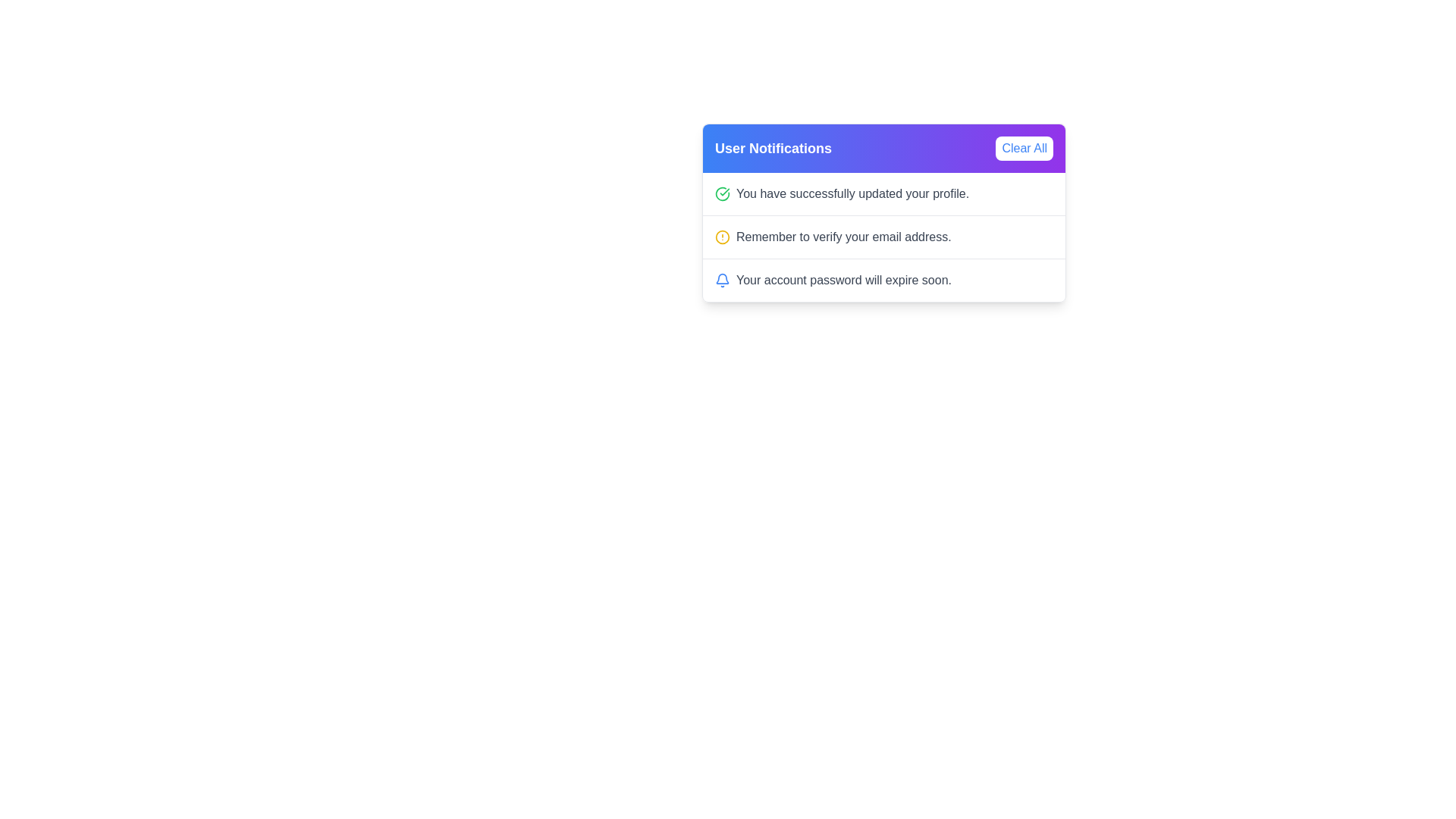 The width and height of the screenshot is (1456, 819). I want to click on the non-interactive Text Label indicating 'User Notifications', located in the left-hand side of the horizontal header bar, to the left of the 'Clear All' button, so click(773, 149).